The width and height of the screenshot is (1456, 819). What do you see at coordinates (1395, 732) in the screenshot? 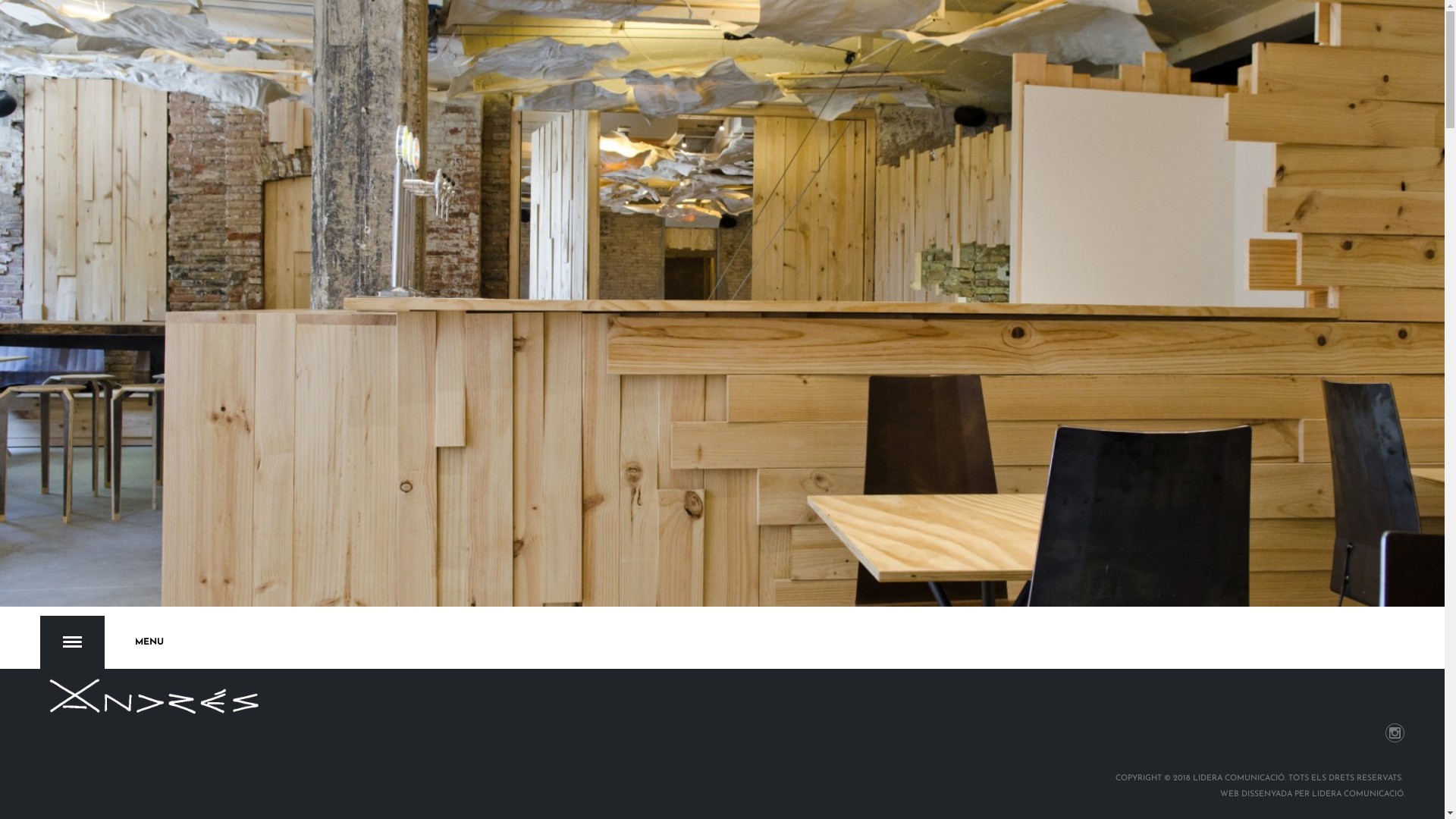
I see `'Instagram'` at bounding box center [1395, 732].